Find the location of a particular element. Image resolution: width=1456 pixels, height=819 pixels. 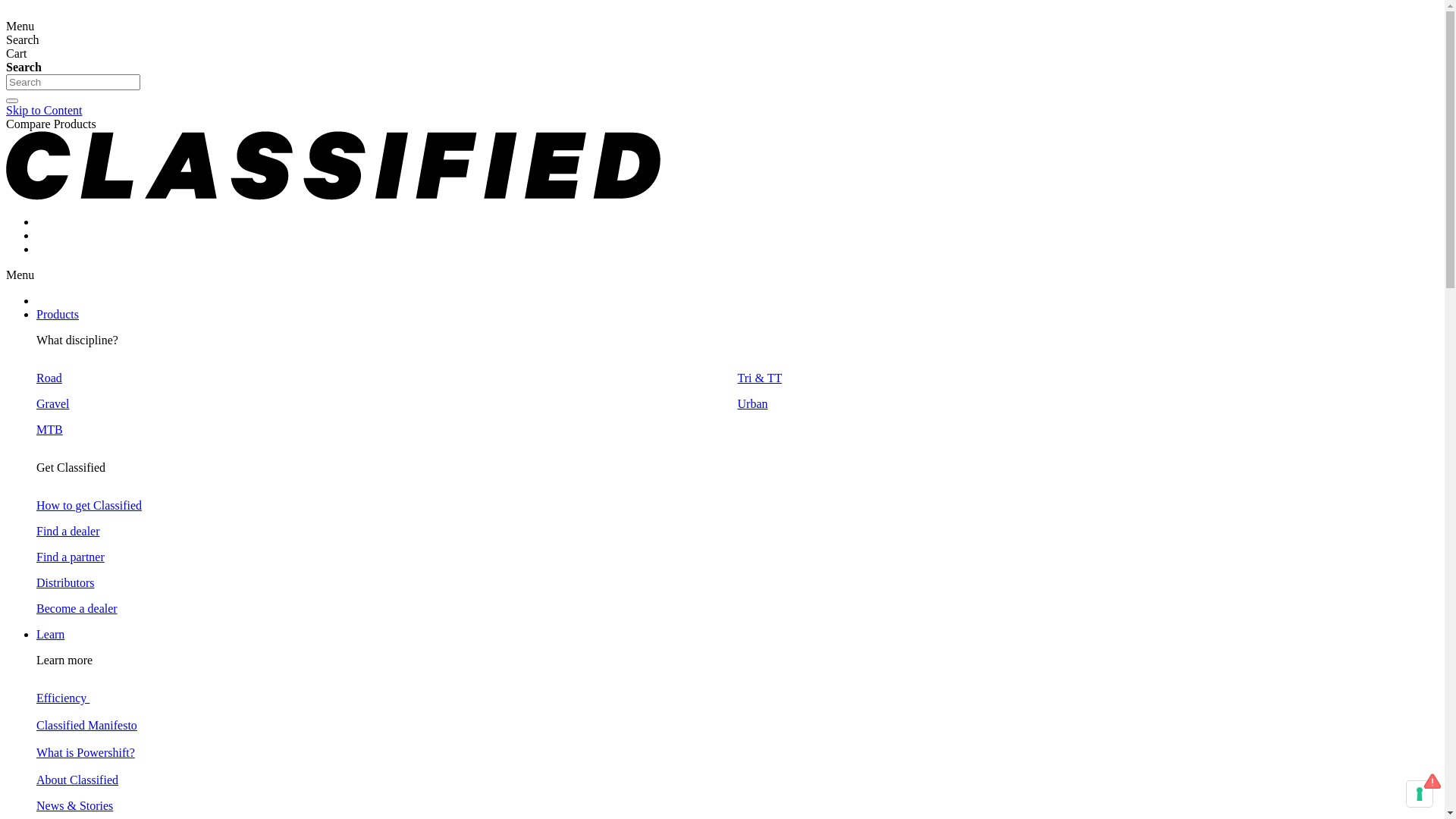

'Efficiency ' is located at coordinates (61, 698).